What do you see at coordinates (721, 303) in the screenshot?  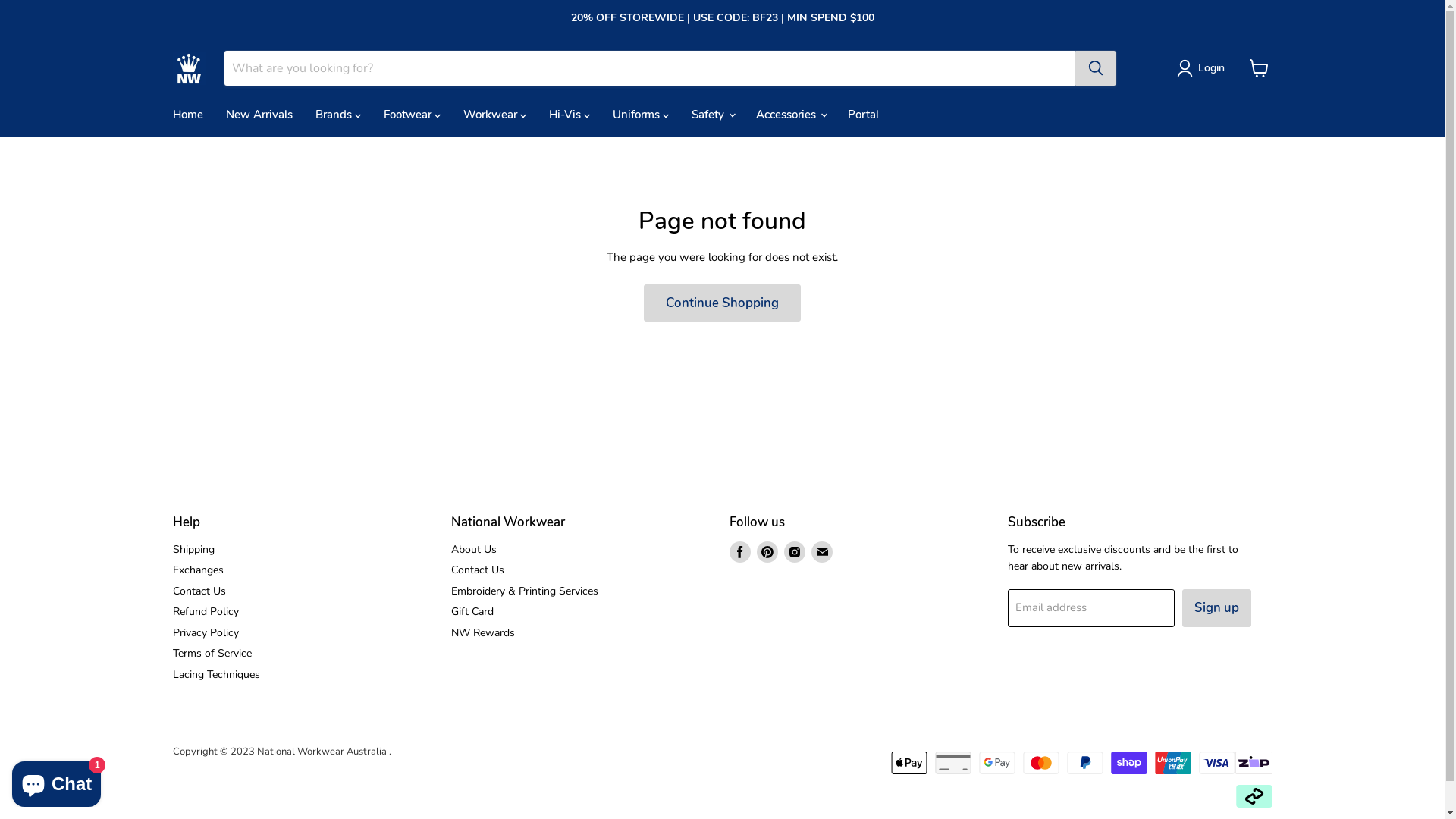 I see `'Continue Shopping'` at bounding box center [721, 303].